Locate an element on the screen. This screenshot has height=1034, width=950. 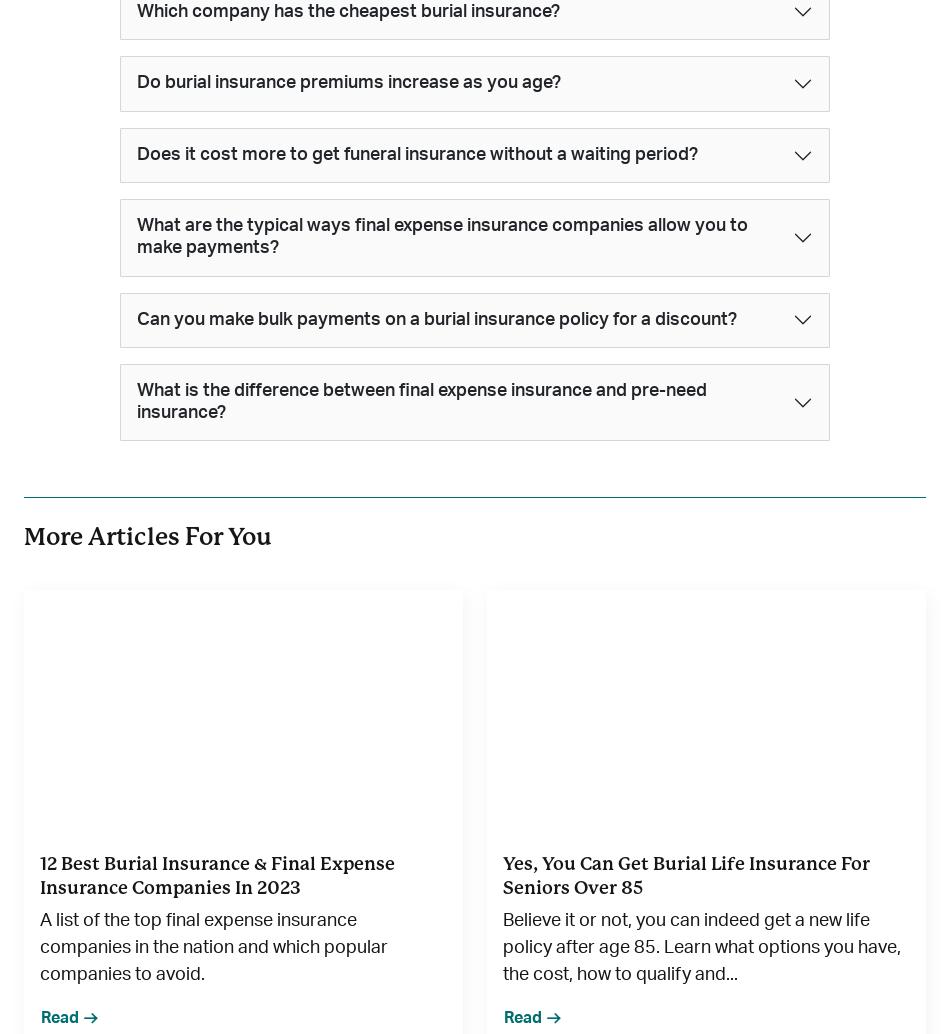
'What is the difference between final expense insurance and pre-need insurance?' is located at coordinates (420, 400).